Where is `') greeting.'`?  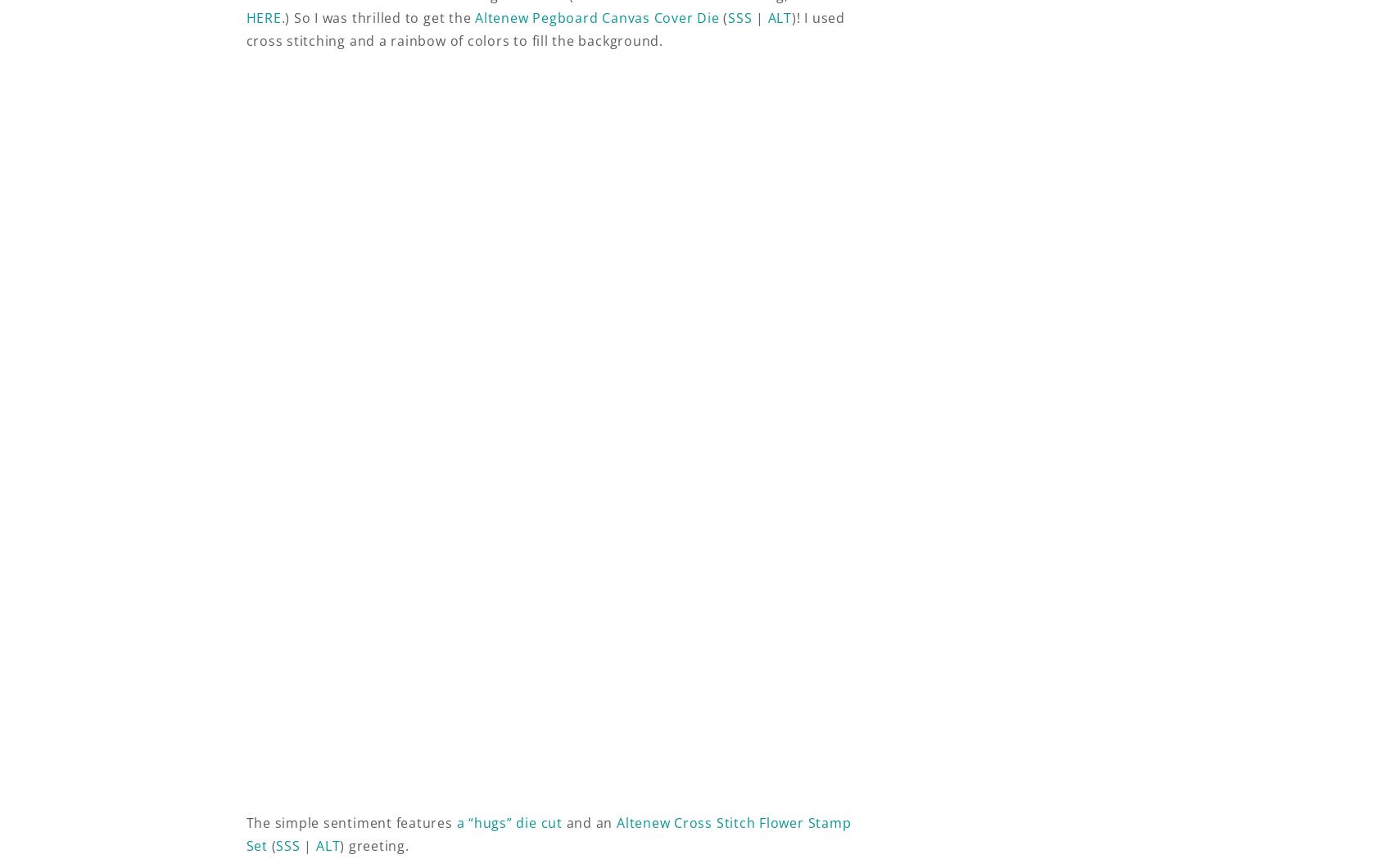 ') greeting.' is located at coordinates (373, 844).